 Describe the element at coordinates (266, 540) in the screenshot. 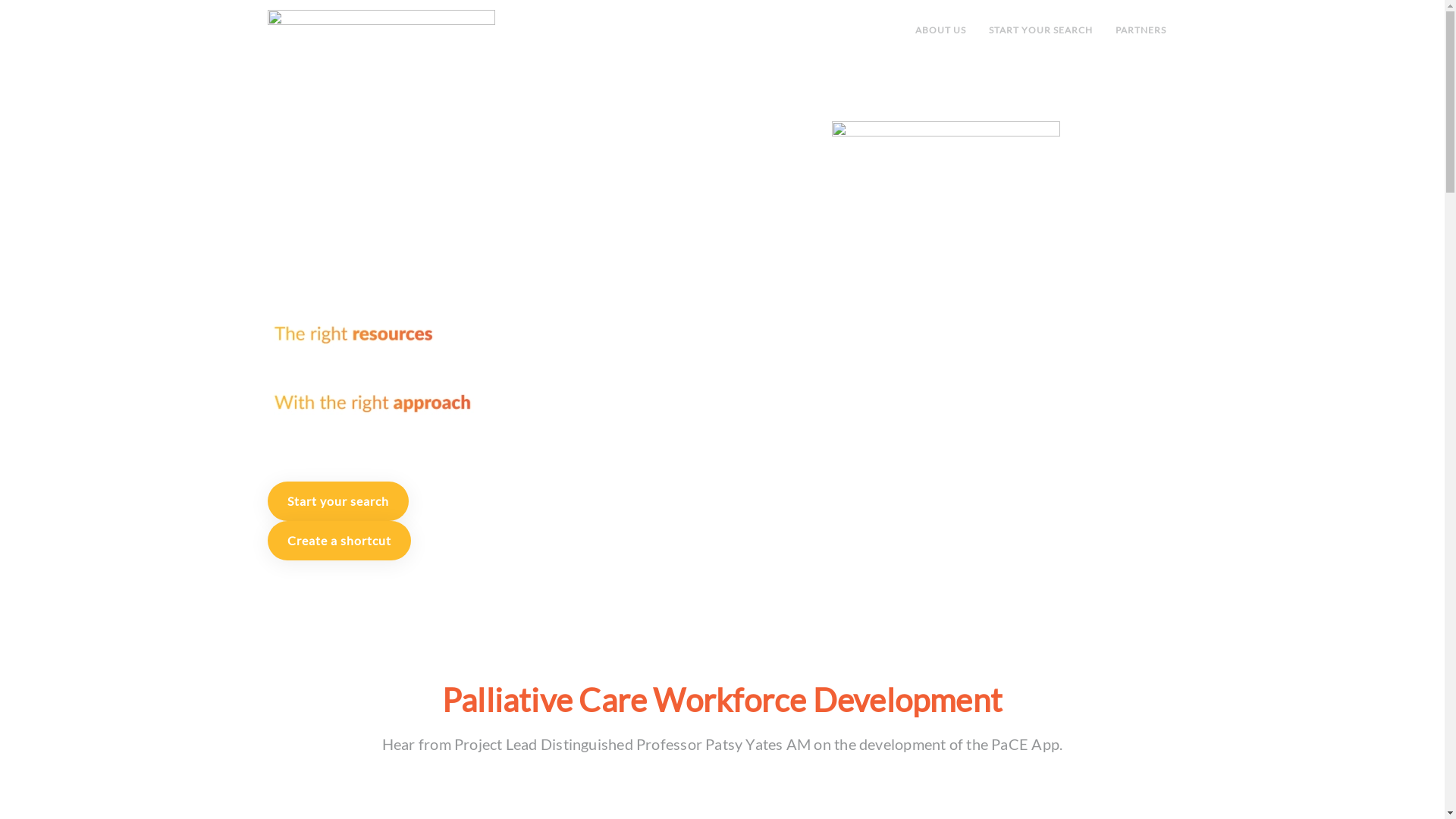

I see `'Create a shortcut'` at that location.